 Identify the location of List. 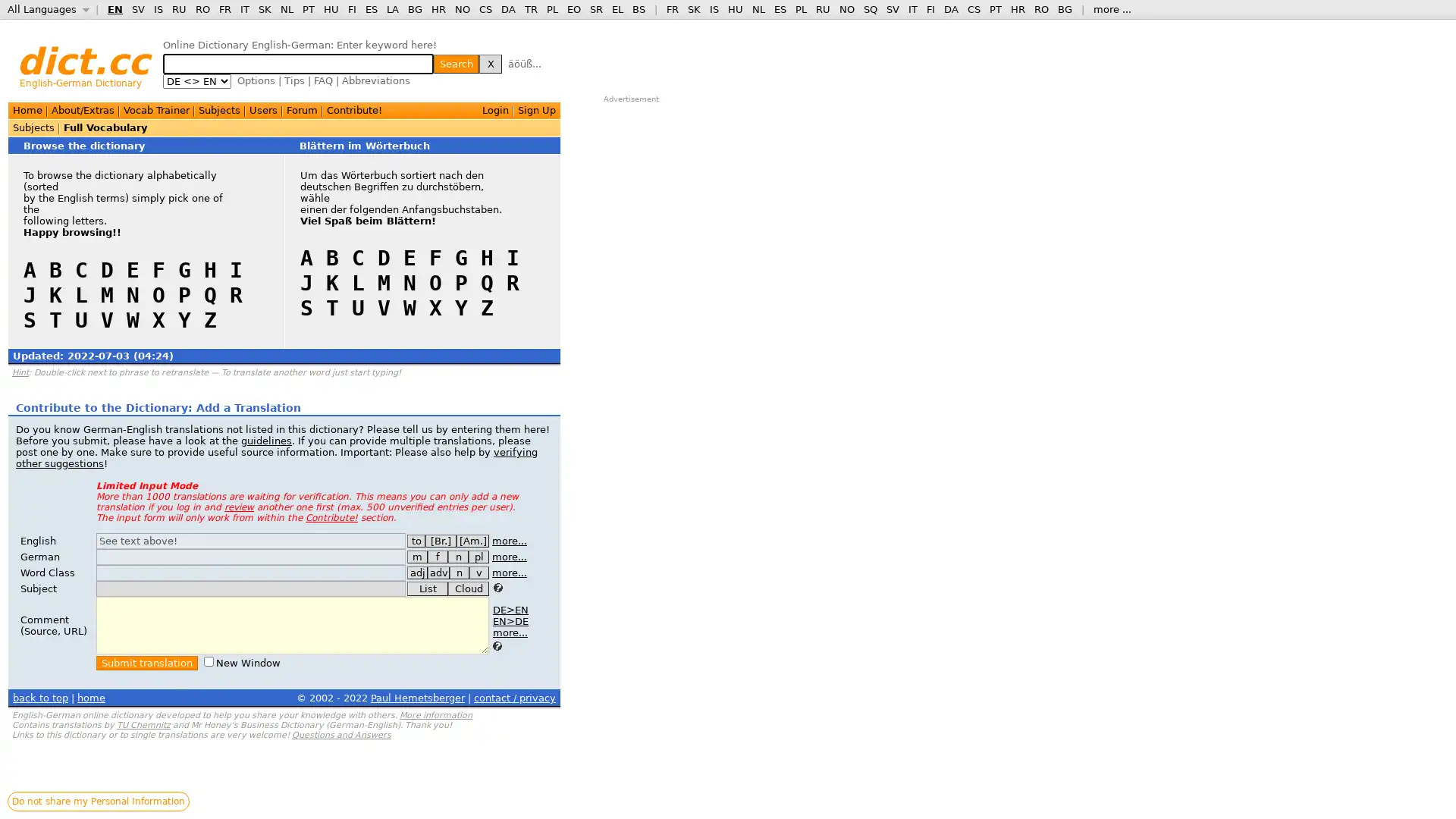
(426, 588).